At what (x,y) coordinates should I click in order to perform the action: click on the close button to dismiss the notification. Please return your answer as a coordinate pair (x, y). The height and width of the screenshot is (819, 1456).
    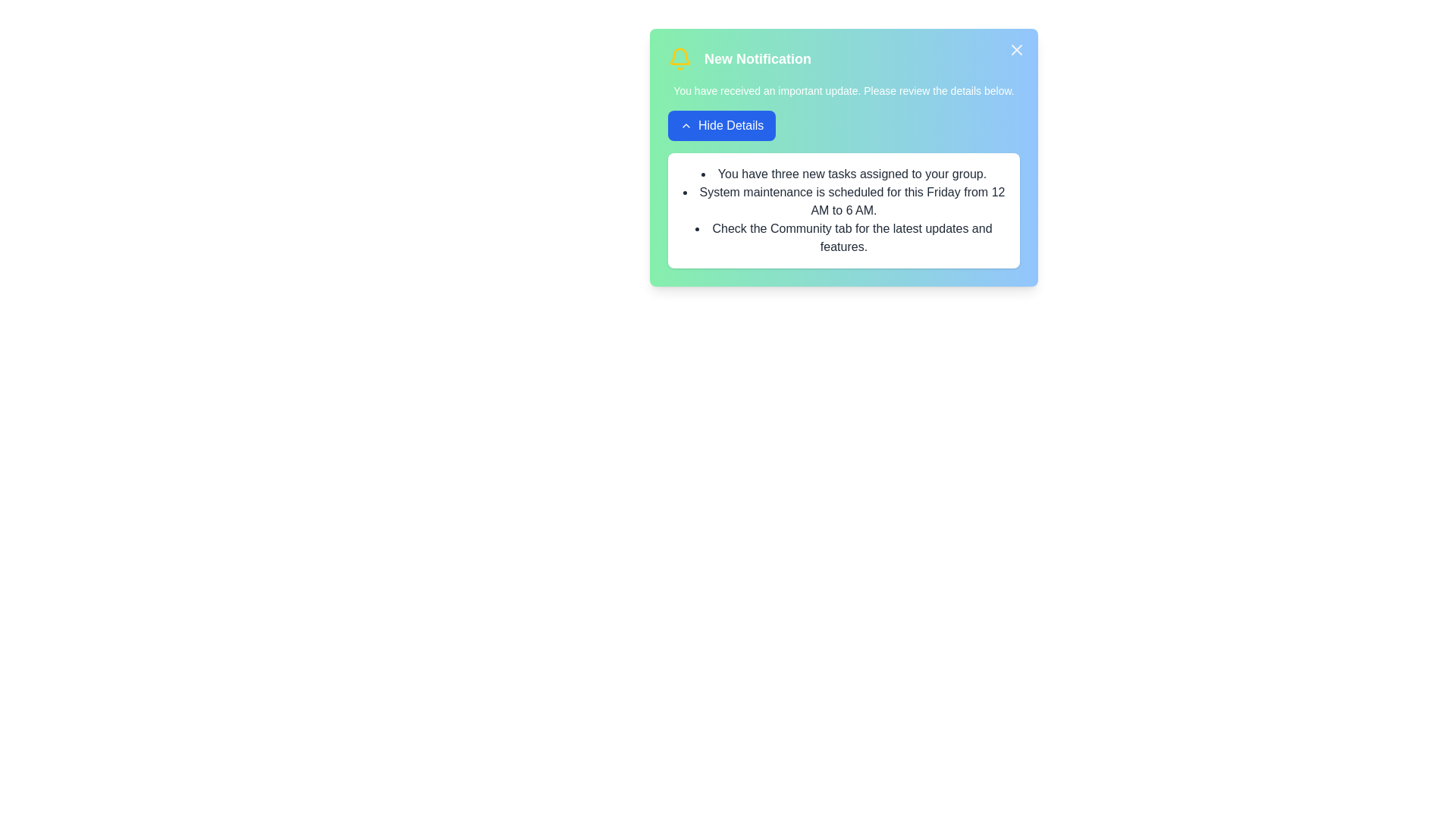
    Looking at the image, I should click on (1016, 49).